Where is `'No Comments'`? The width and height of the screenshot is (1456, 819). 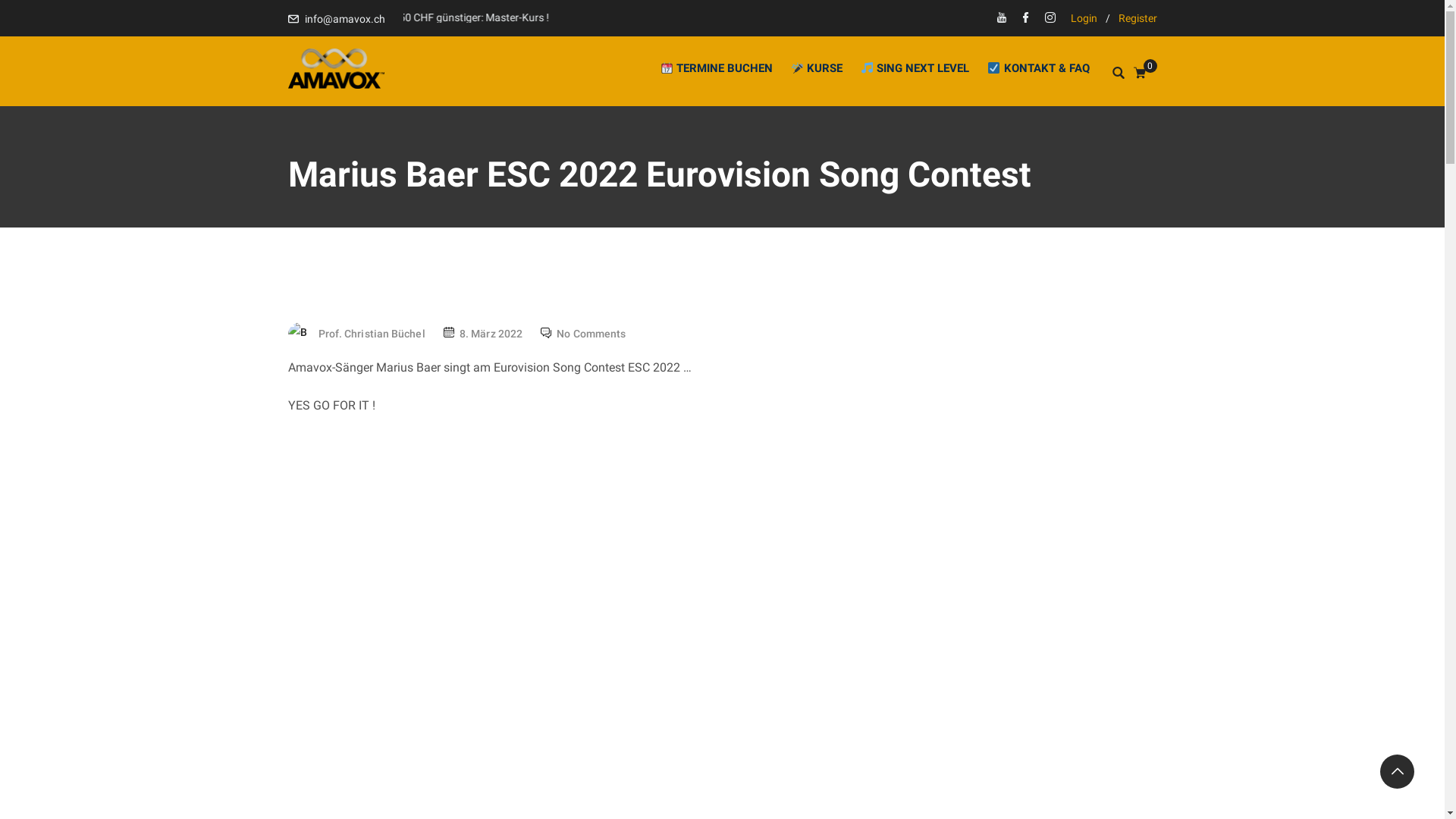 'No Comments' is located at coordinates (590, 332).